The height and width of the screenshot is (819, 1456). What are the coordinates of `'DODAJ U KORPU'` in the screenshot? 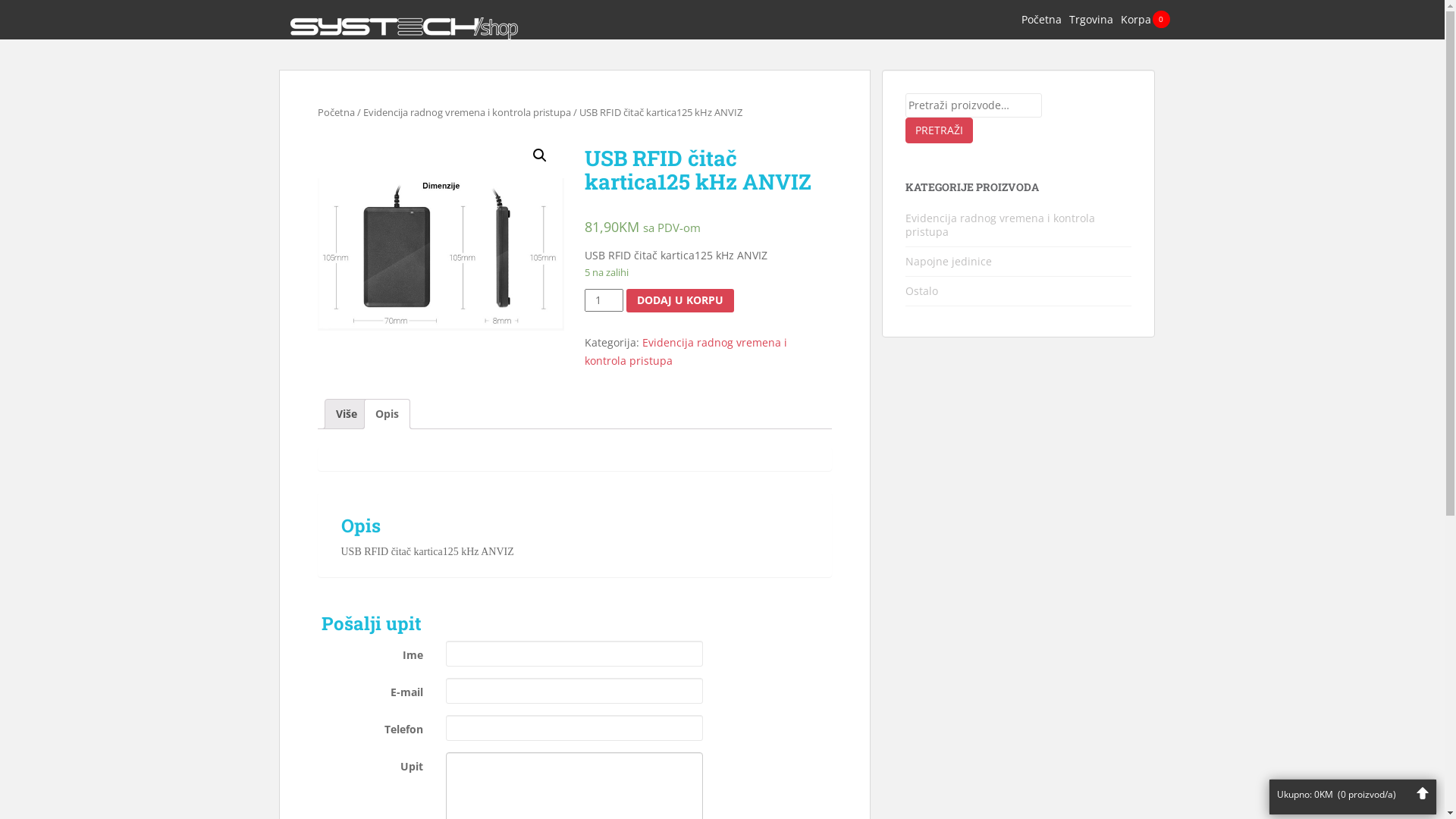 It's located at (679, 300).